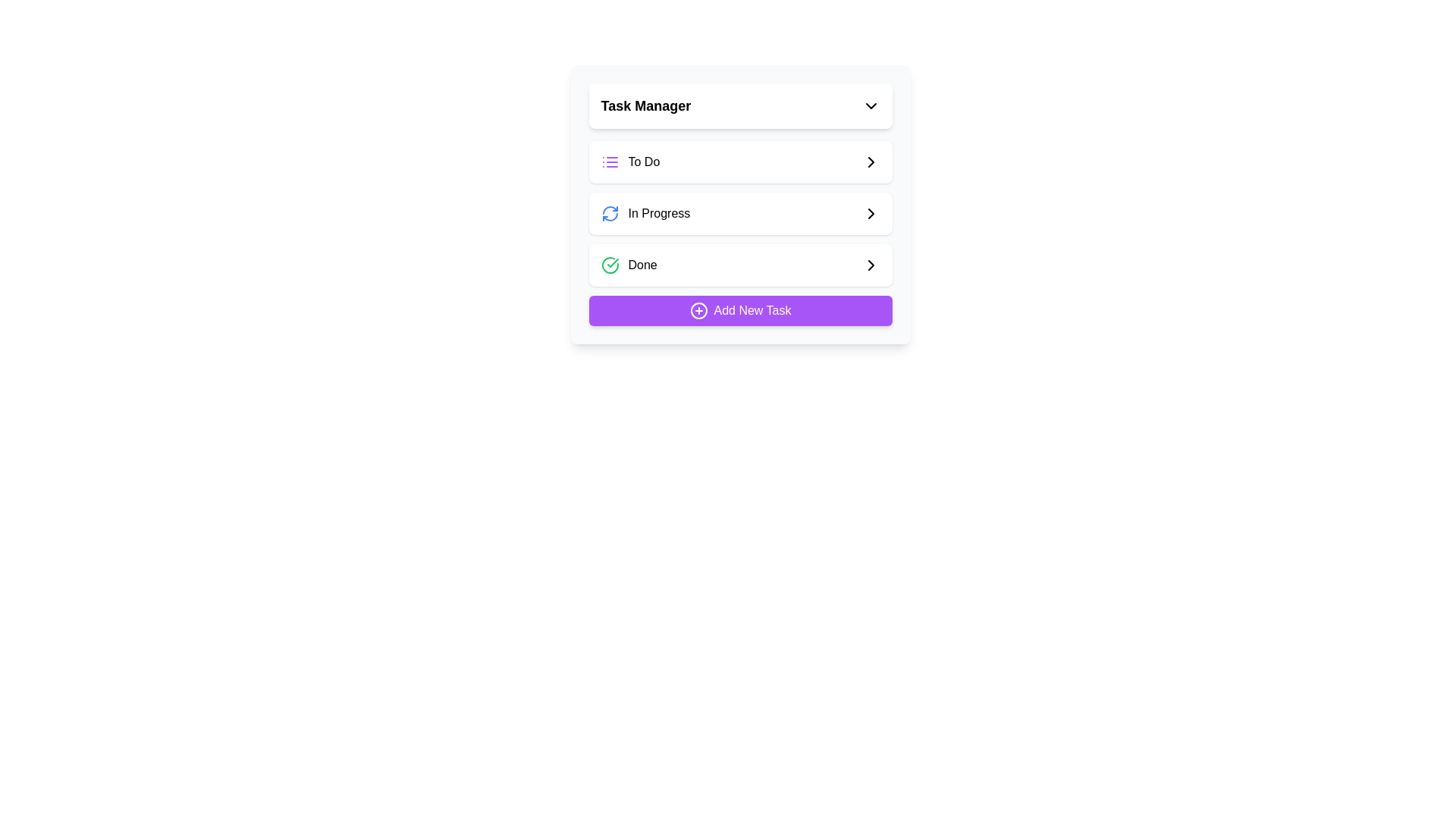  What do you see at coordinates (871, 105) in the screenshot?
I see `the chevron icon located at the far right of the 'Task Manager' header section` at bounding box center [871, 105].